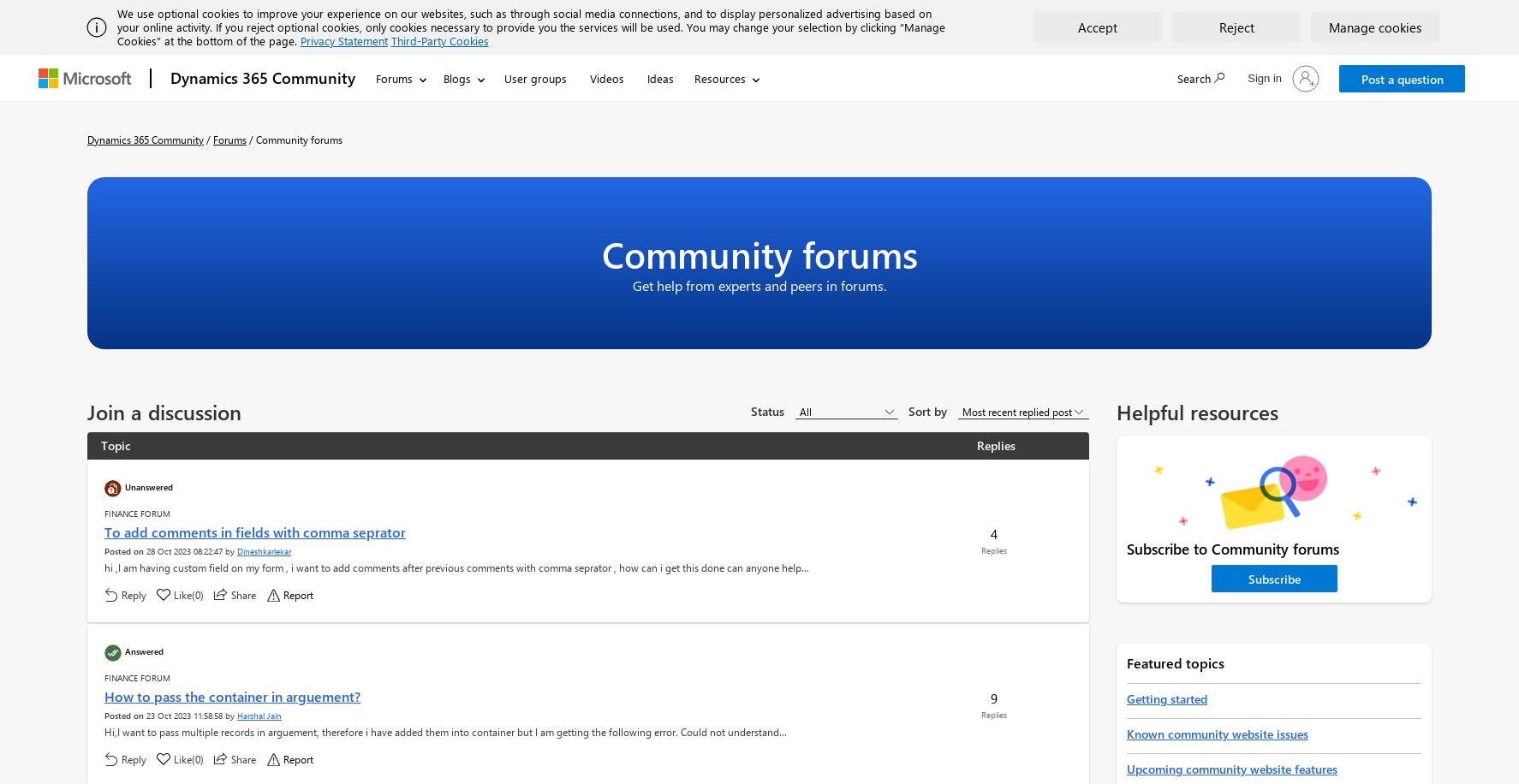  What do you see at coordinates (759, 284) in the screenshot?
I see `'Get help from experts and peers in forums.'` at bounding box center [759, 284].